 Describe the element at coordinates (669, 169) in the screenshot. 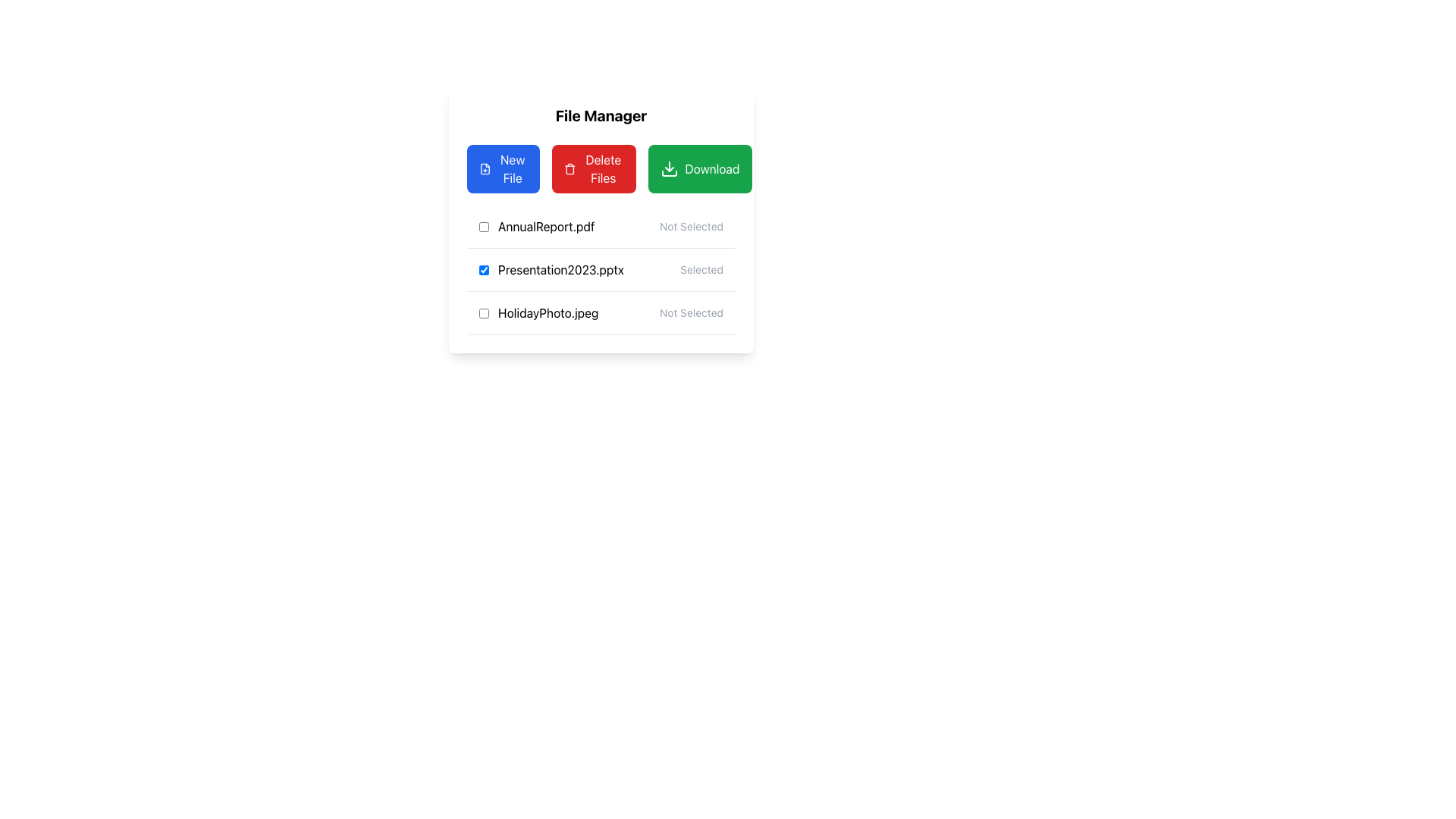

I see `the download icon, which features a downward arrow within a green button labeled 'Download', located in the top-right corner of the 'File Manager' panel` at that location.